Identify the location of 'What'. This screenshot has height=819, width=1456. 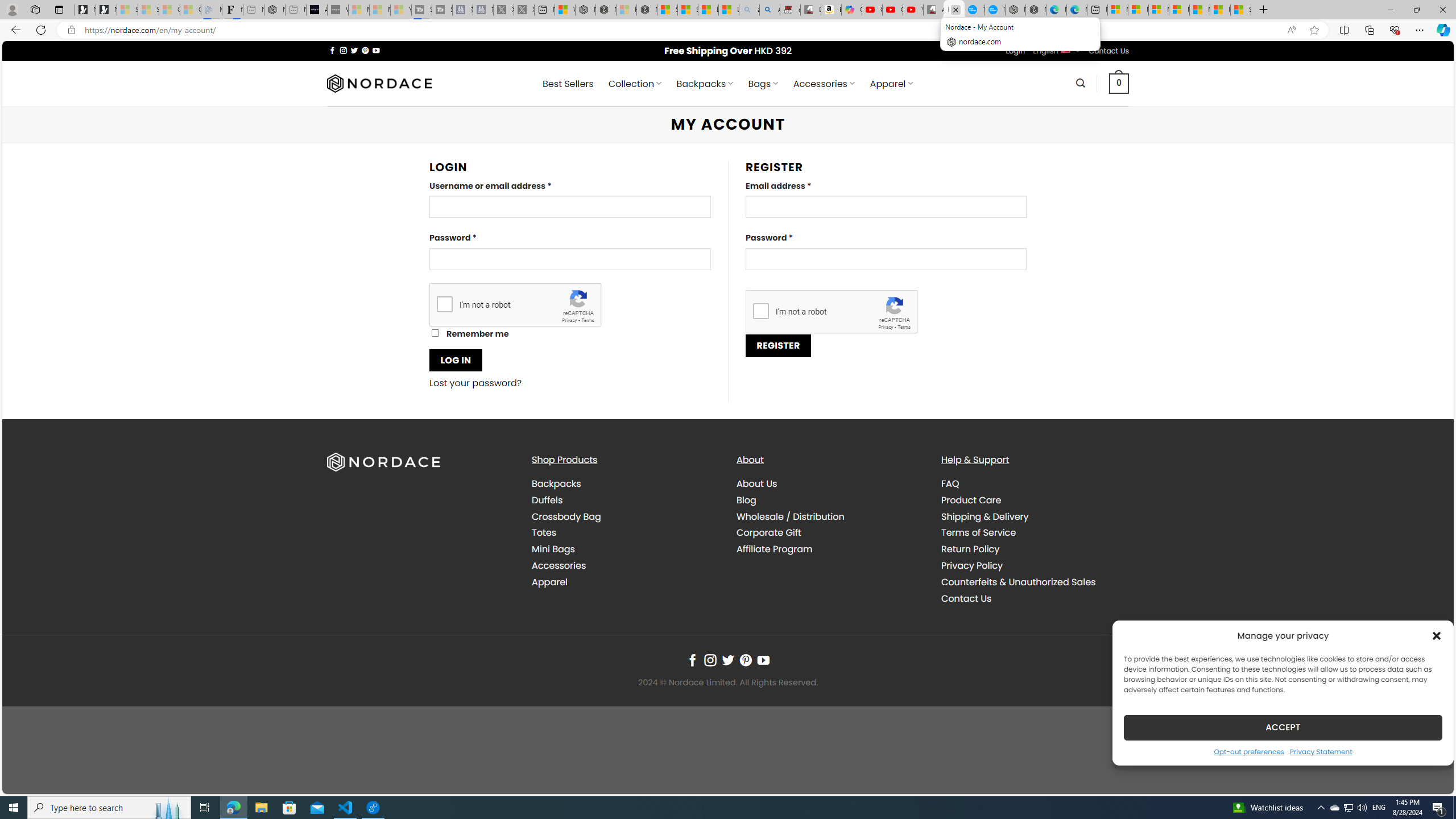
(337, 9).